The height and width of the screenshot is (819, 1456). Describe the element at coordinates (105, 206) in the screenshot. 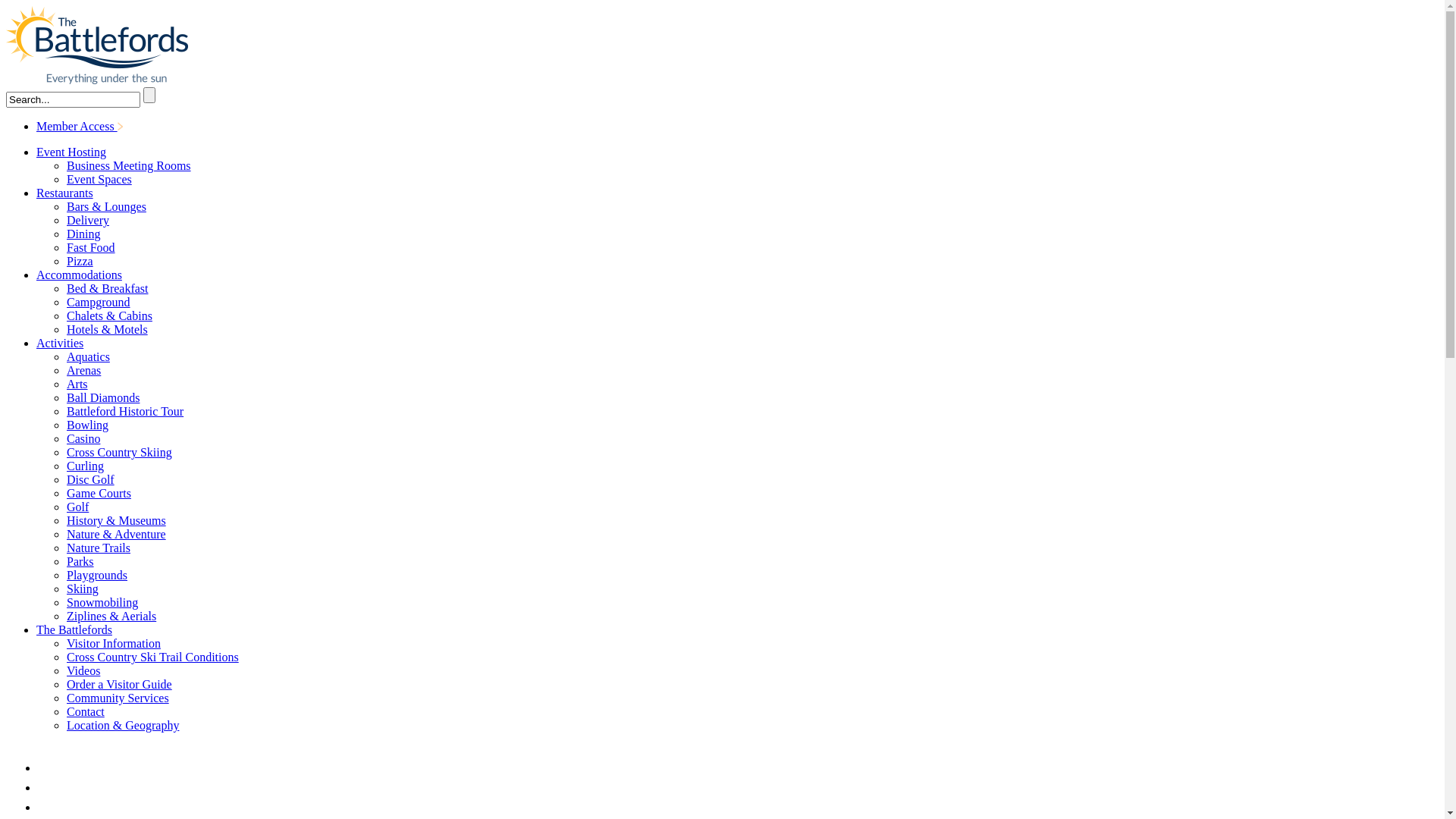

I see `'Bars & Lounges'` at that location.